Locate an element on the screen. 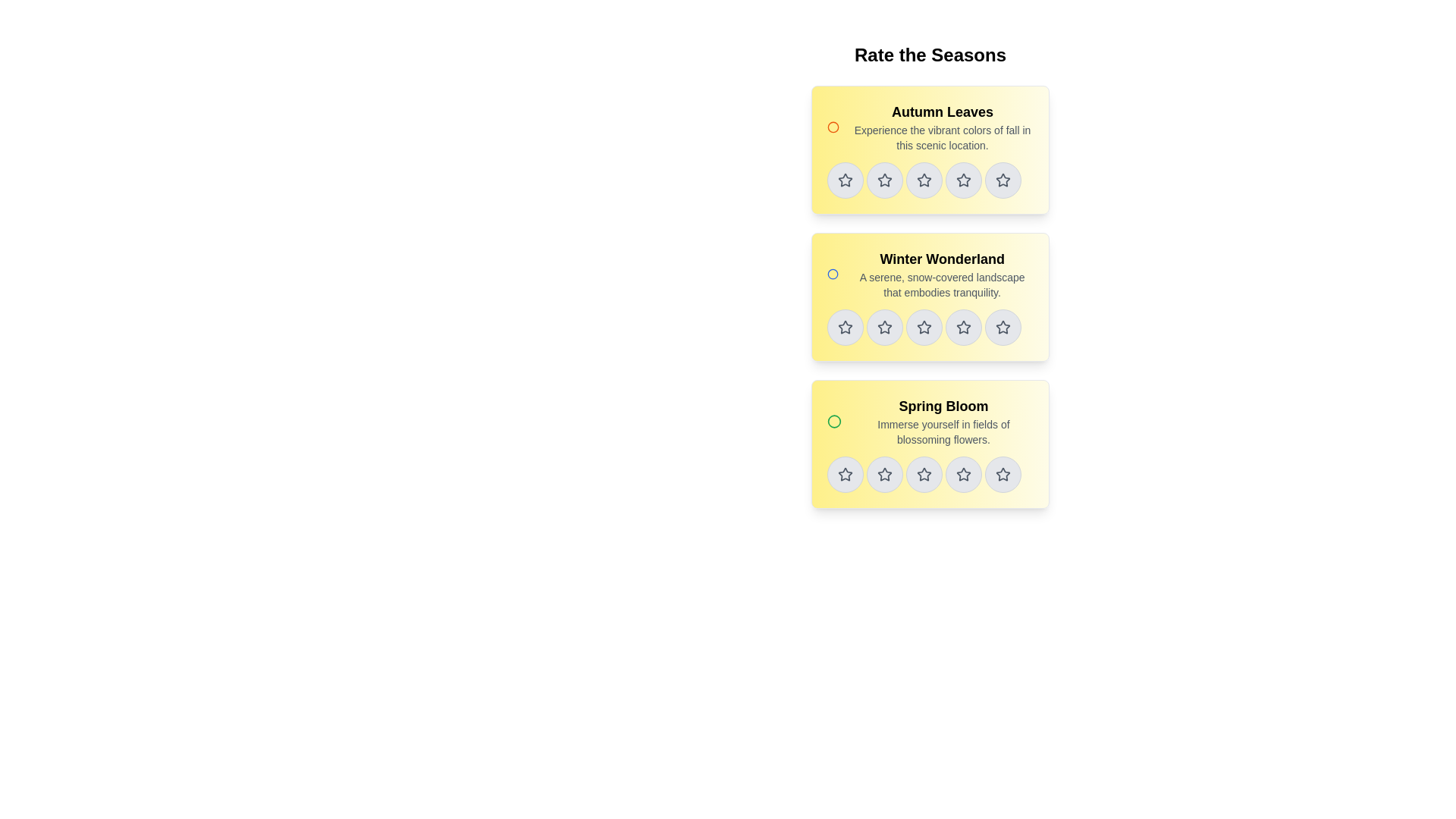 The height and width of the screenshot is (819, 1456). the fifth button in the horizontal row under the 'Winter Wonderland' heading is located at coordinates (1003, 327).